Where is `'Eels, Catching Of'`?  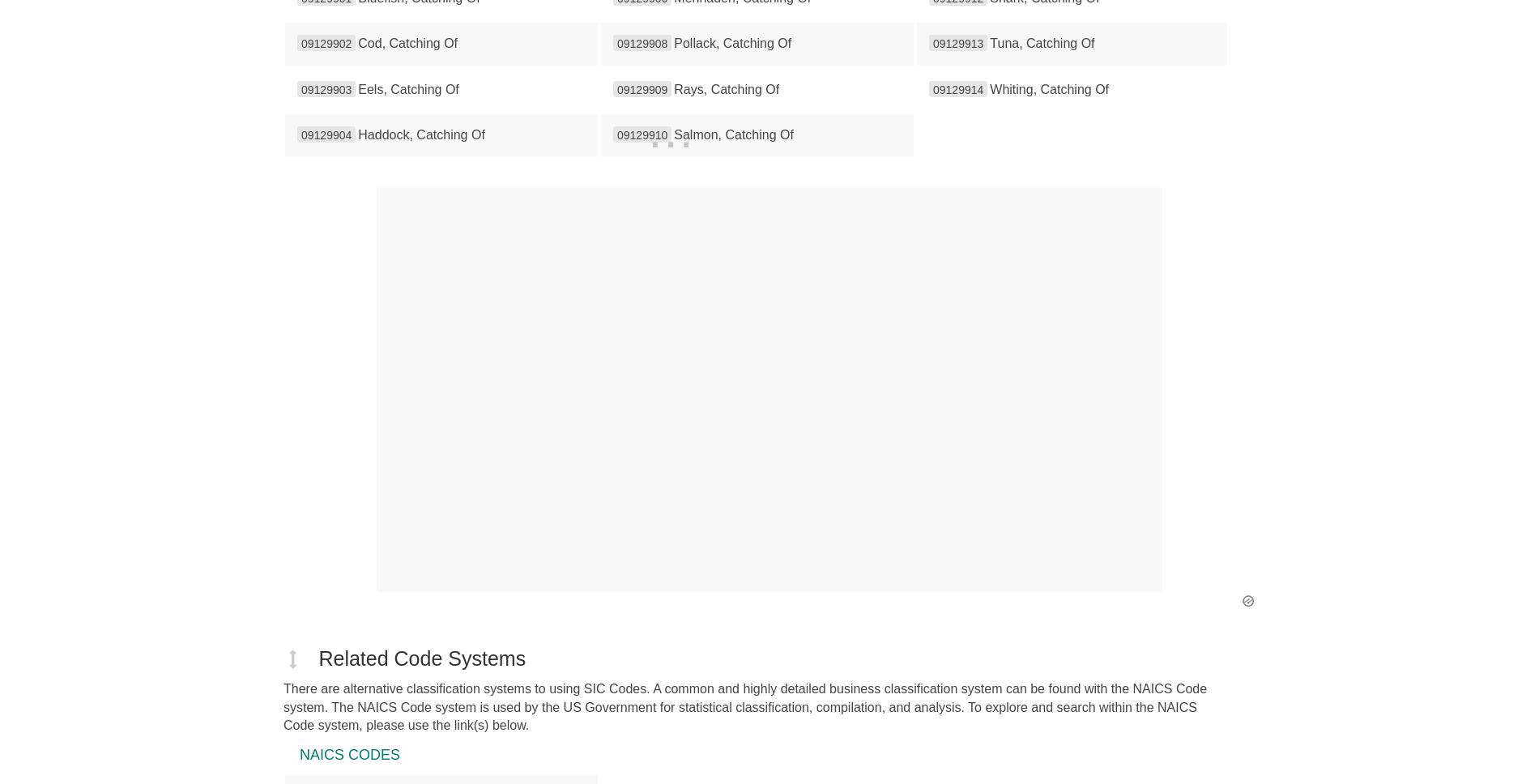
'Eels, Catching Of' is located at coordinates (408, 88).